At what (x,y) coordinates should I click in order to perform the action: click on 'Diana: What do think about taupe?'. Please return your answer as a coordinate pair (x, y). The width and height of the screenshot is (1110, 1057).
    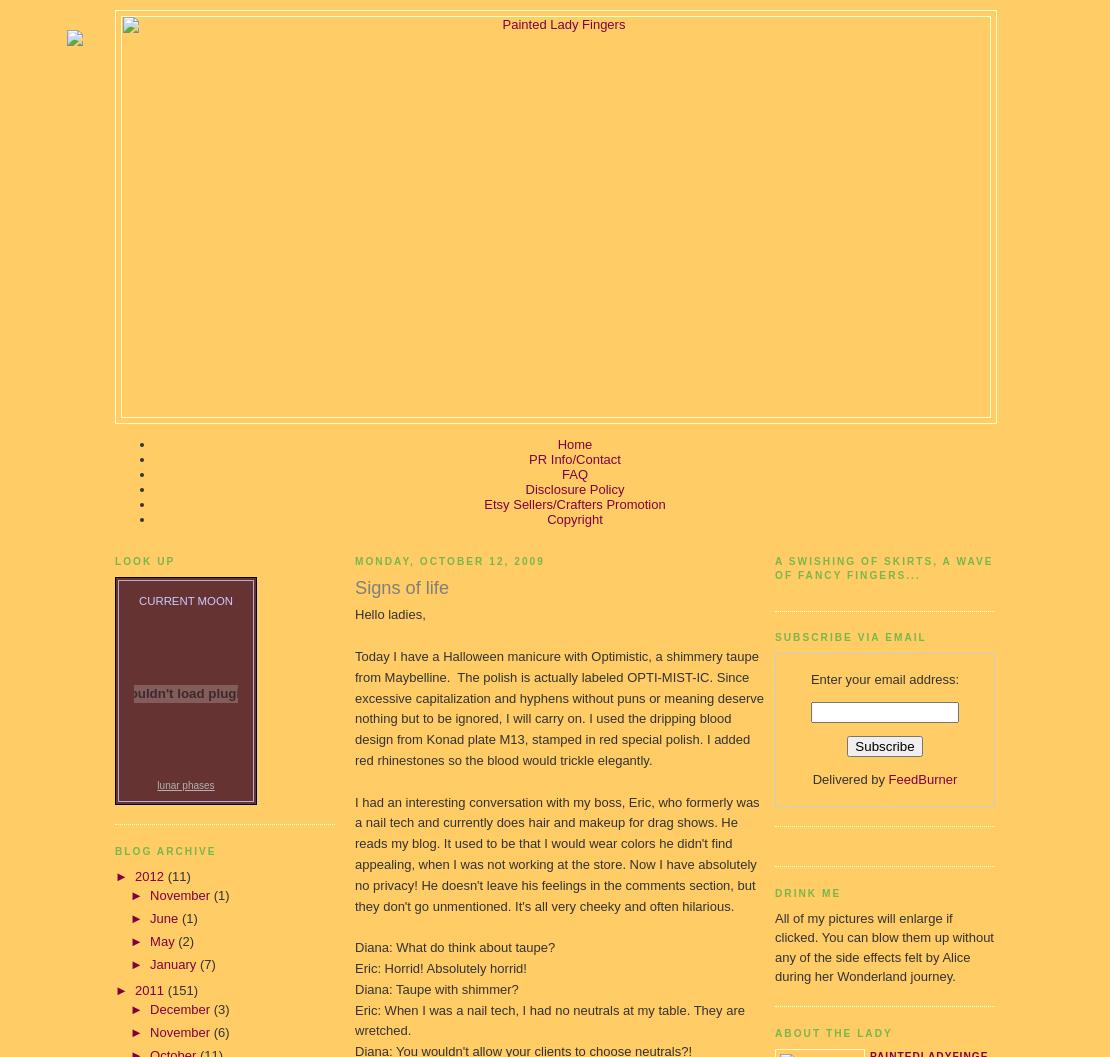
    Looking at the image, I should click on (454, 947).